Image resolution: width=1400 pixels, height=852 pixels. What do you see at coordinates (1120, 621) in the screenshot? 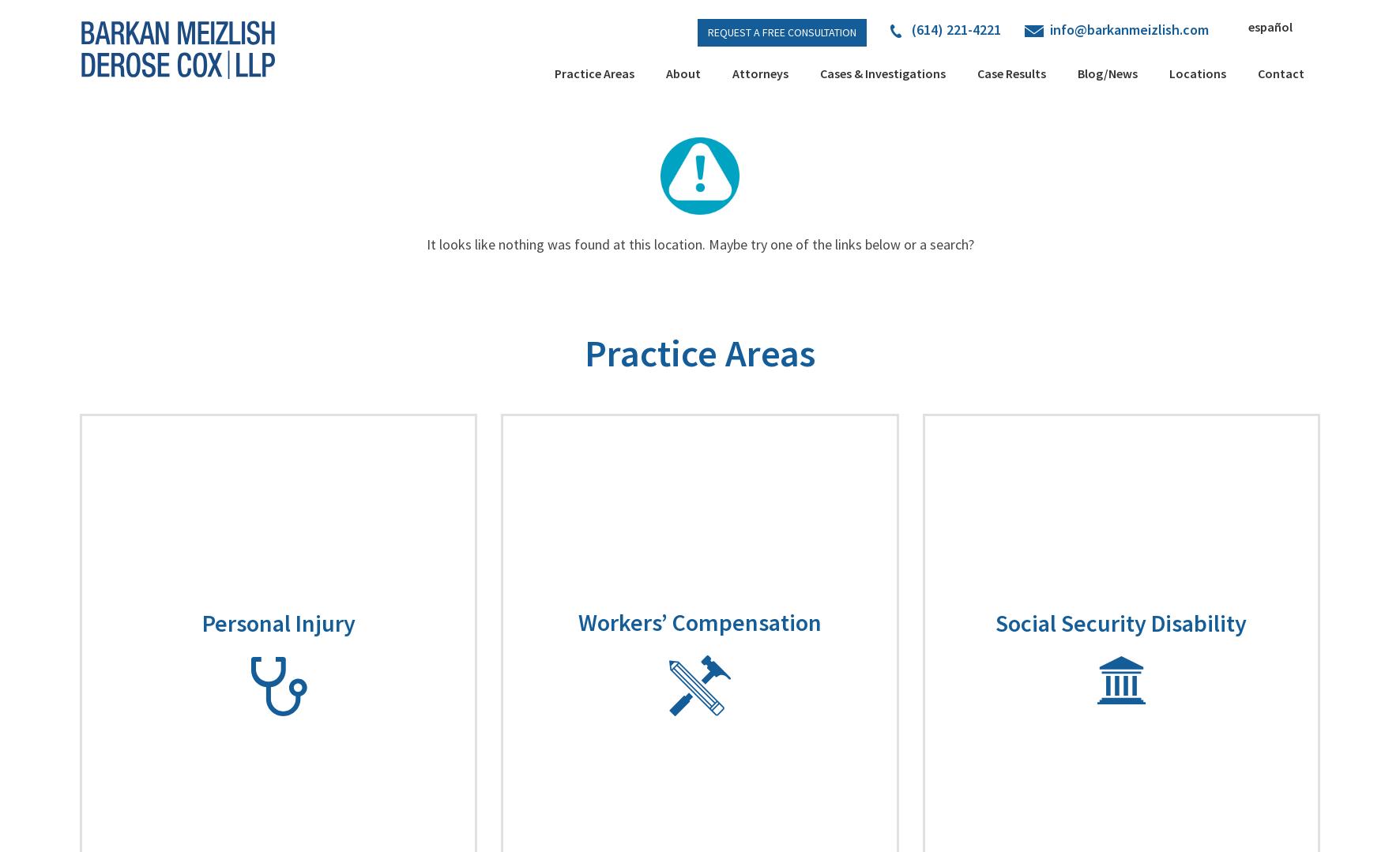
I see `'Social Security Disability'` at bounding box center [1120, 621].